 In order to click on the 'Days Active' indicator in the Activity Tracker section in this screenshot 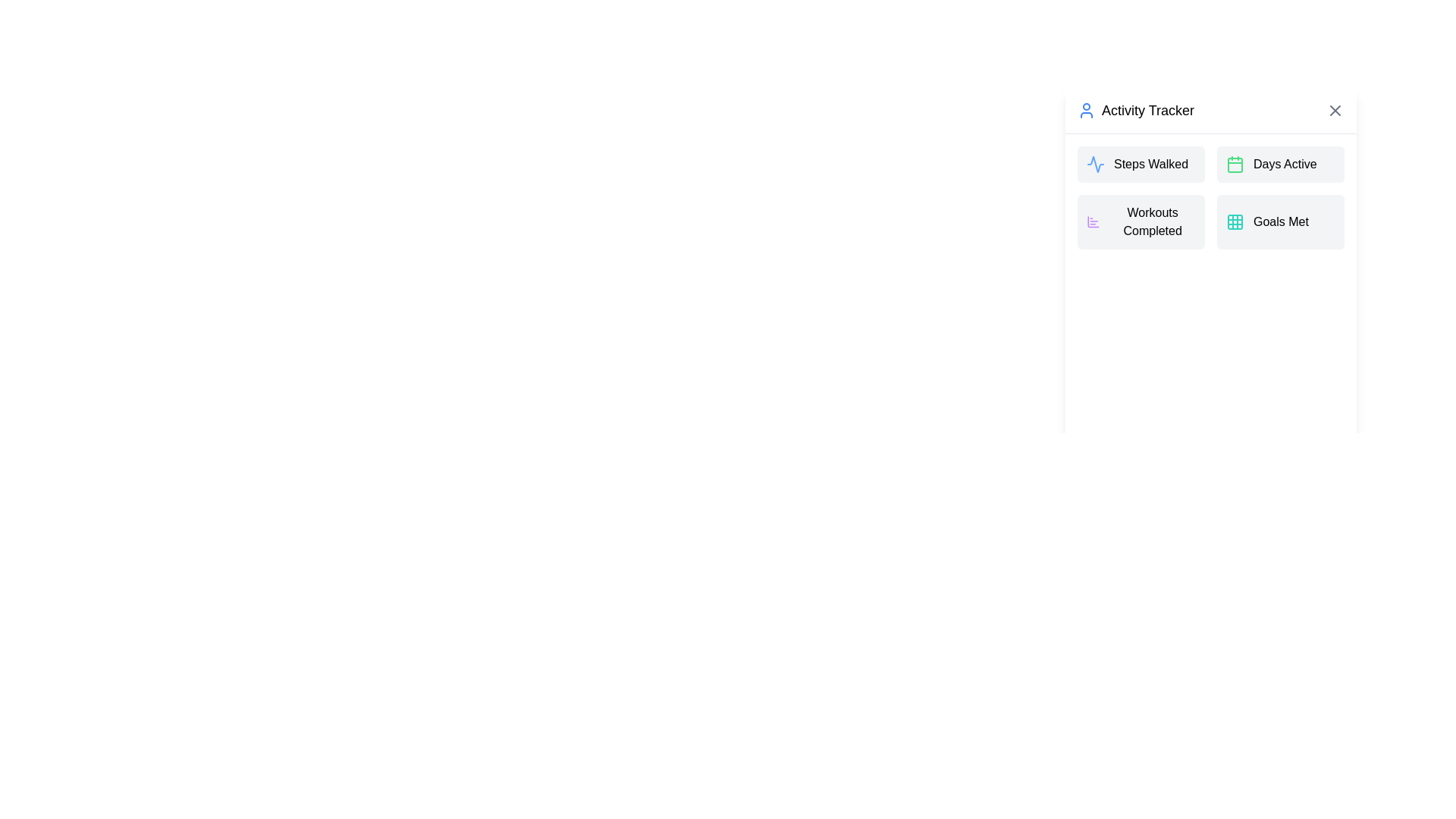, I will do `click(1280, 164)`.